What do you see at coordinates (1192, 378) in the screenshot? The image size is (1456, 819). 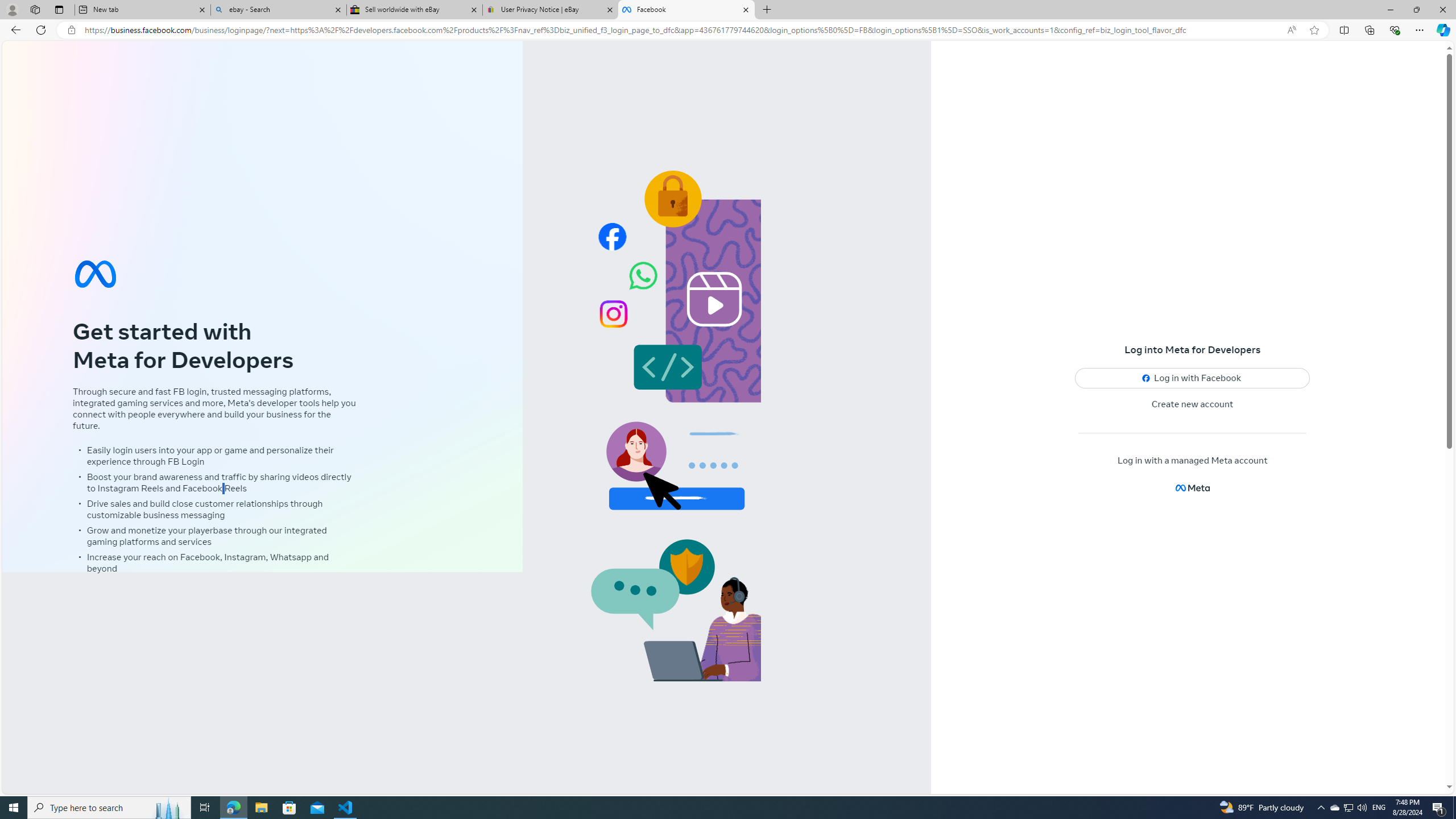 I see `'Log in with Facebook'` at bounding box center [1192, 378].